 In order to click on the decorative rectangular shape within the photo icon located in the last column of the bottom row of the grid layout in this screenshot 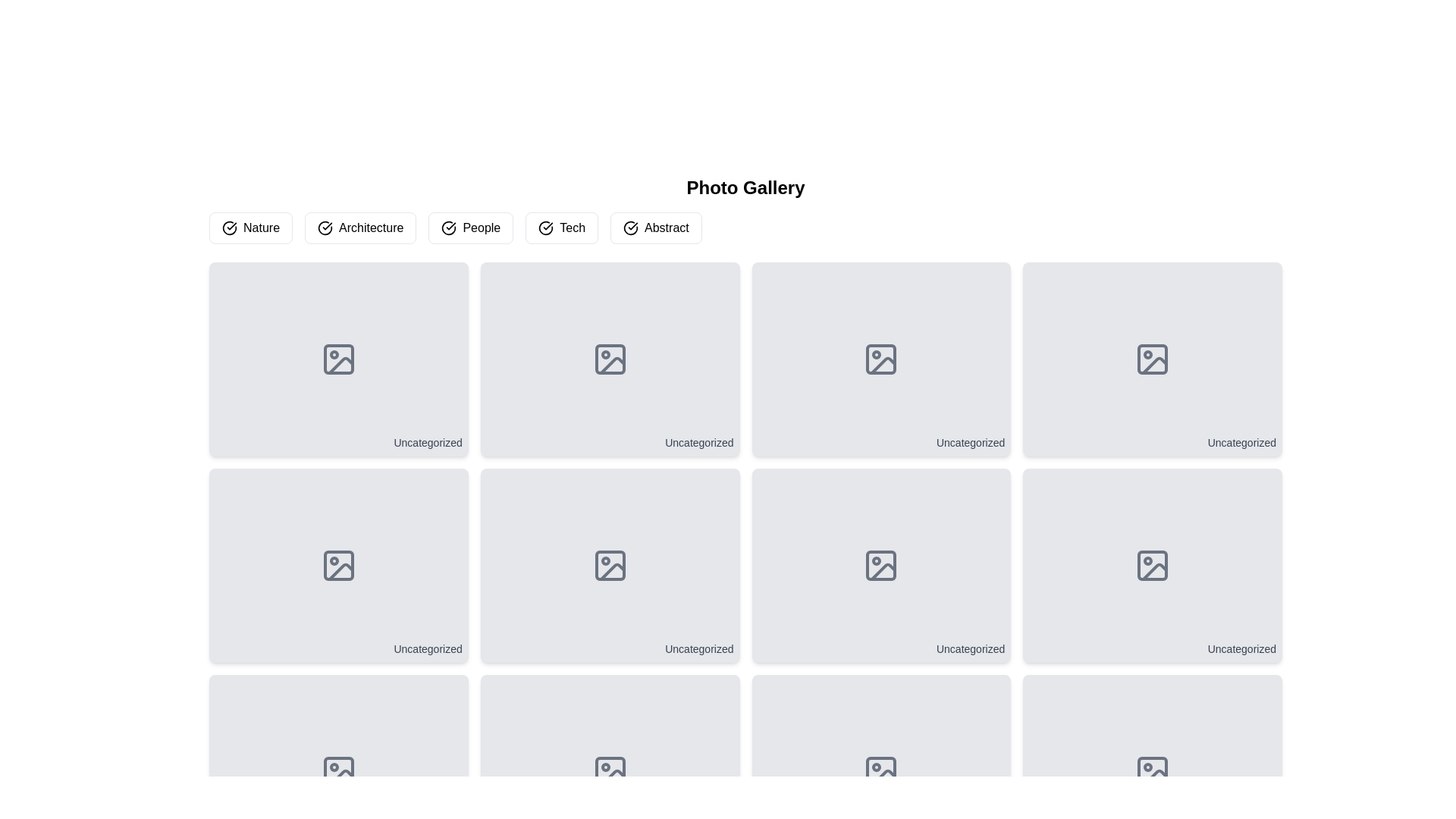, I will do `click(610, 772)`.